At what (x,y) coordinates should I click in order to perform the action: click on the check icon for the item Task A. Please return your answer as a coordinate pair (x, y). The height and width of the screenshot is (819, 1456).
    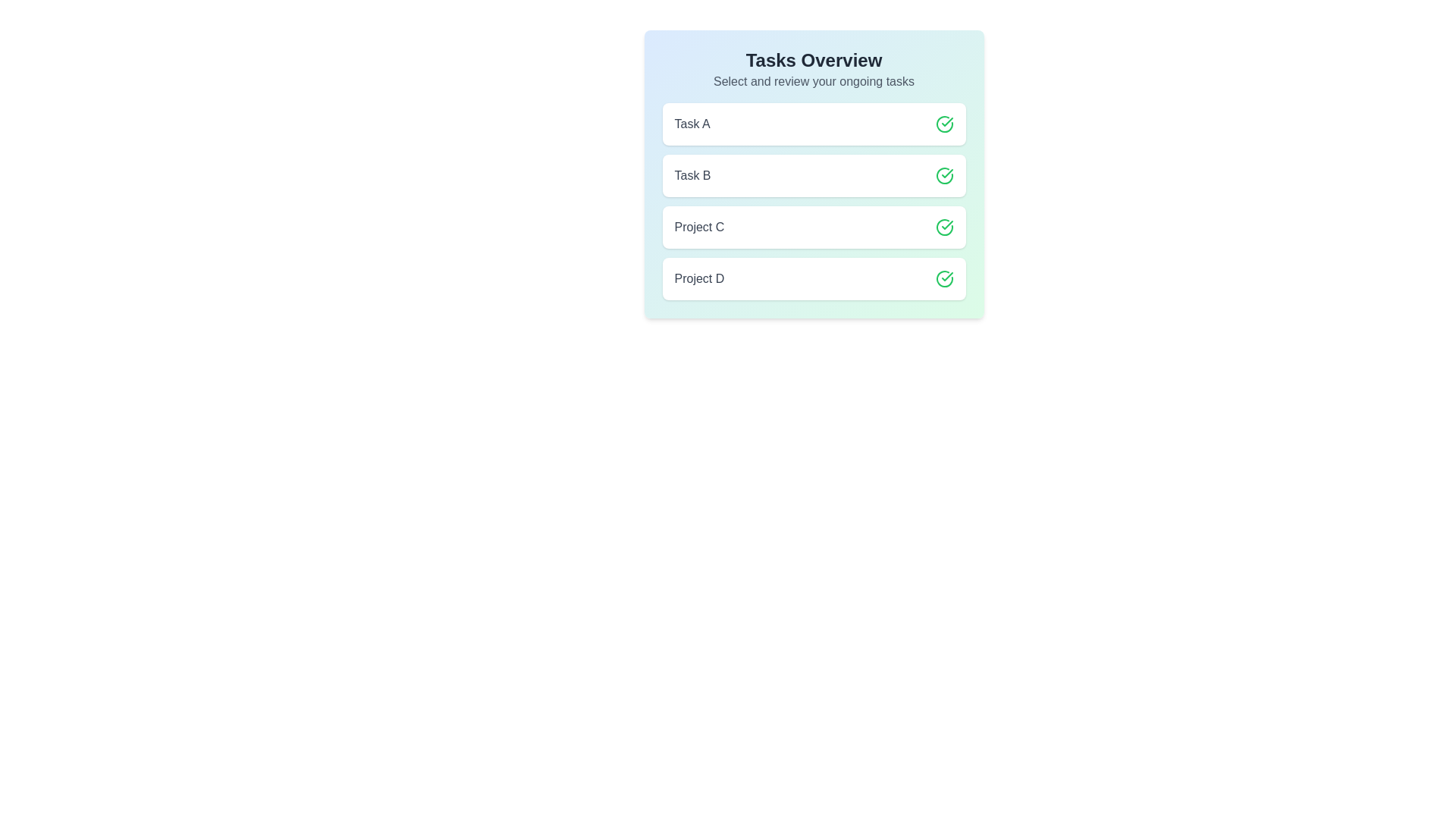
    Looking at the image, I should click on (943, 124).